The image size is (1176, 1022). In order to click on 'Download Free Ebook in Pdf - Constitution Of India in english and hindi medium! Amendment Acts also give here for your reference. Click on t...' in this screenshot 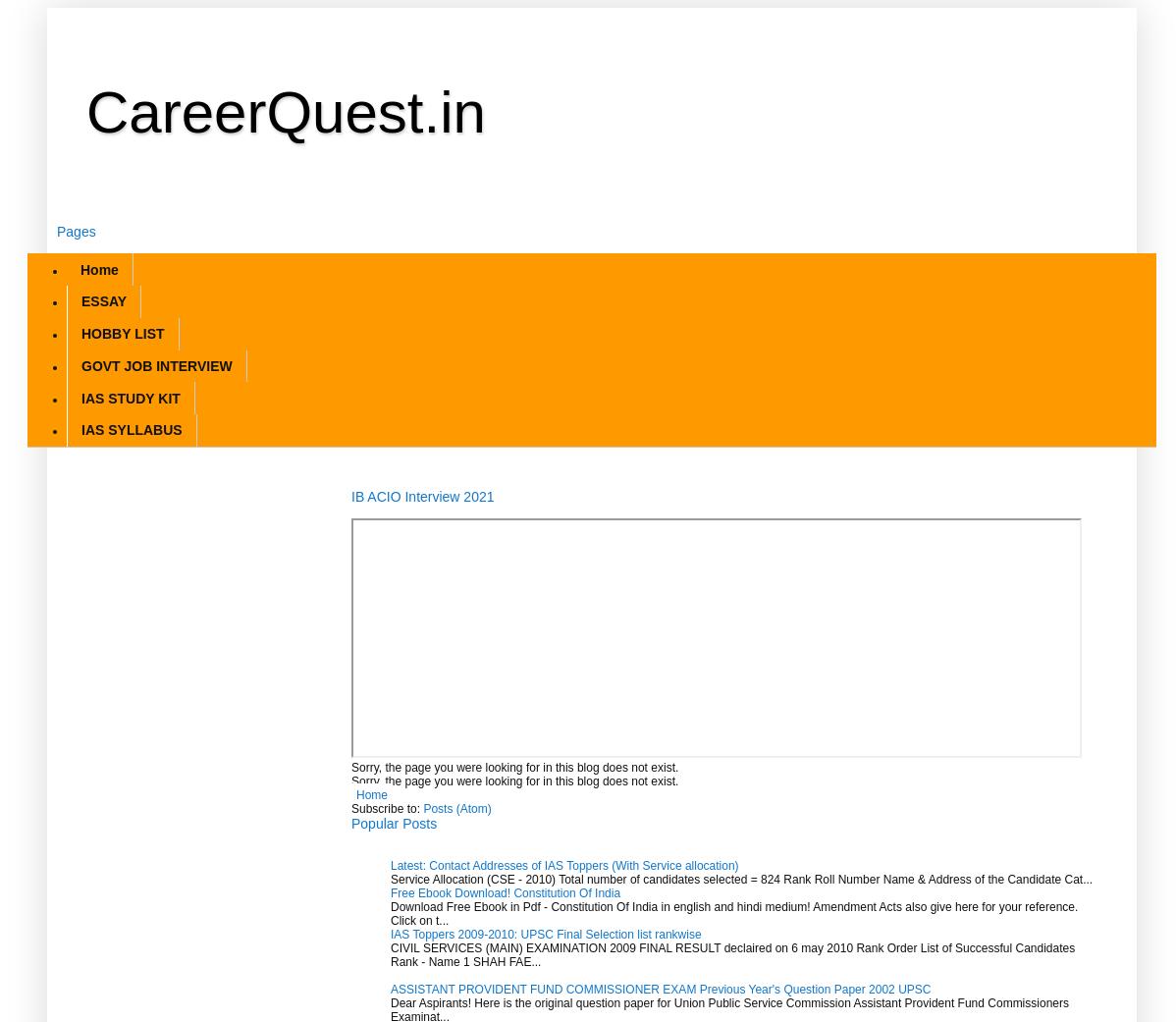, I will do `click(733, 912)`.